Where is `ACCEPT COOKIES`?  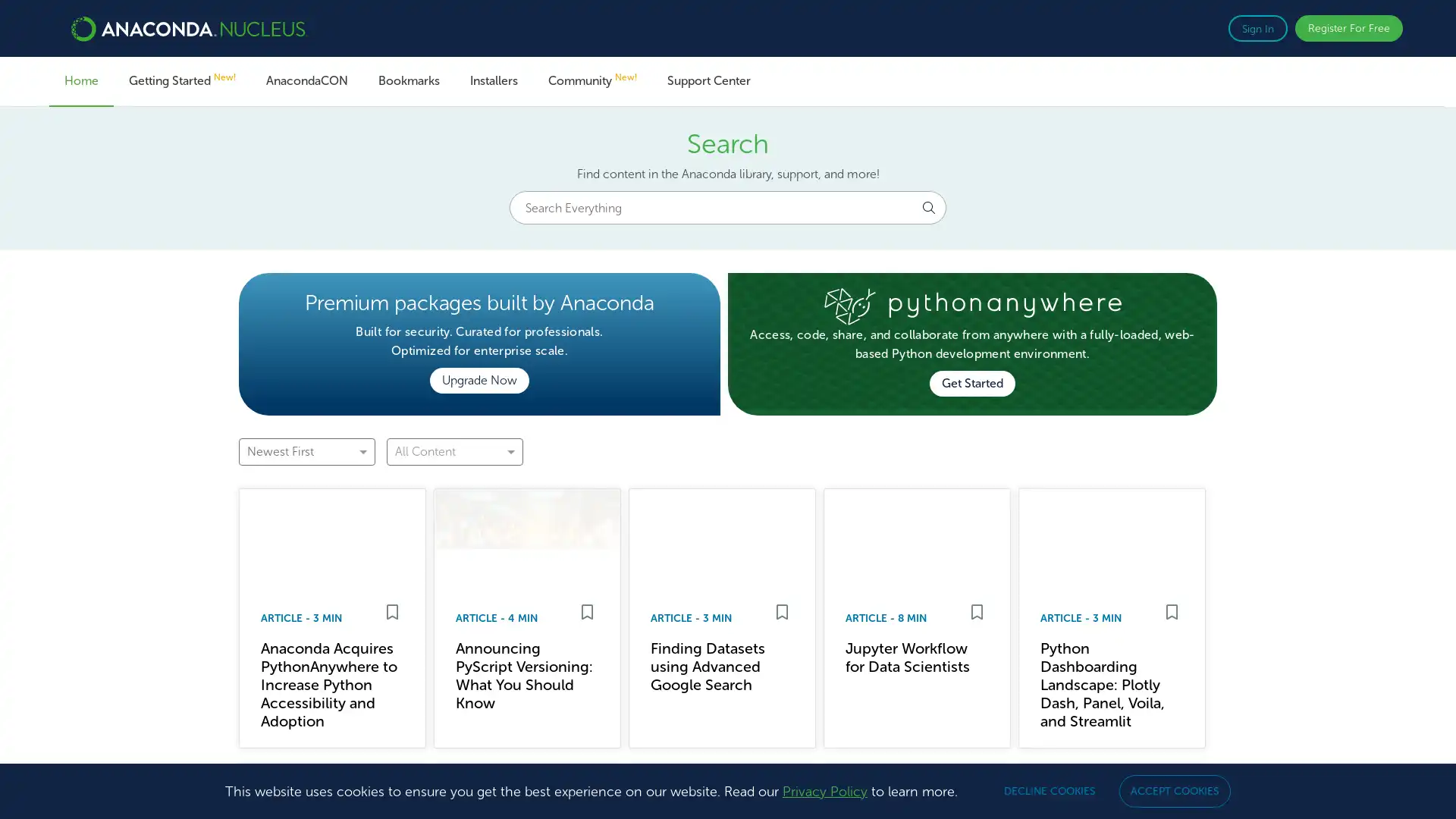 ACCEPT COOKIES is located at coordinates (1174, 790).